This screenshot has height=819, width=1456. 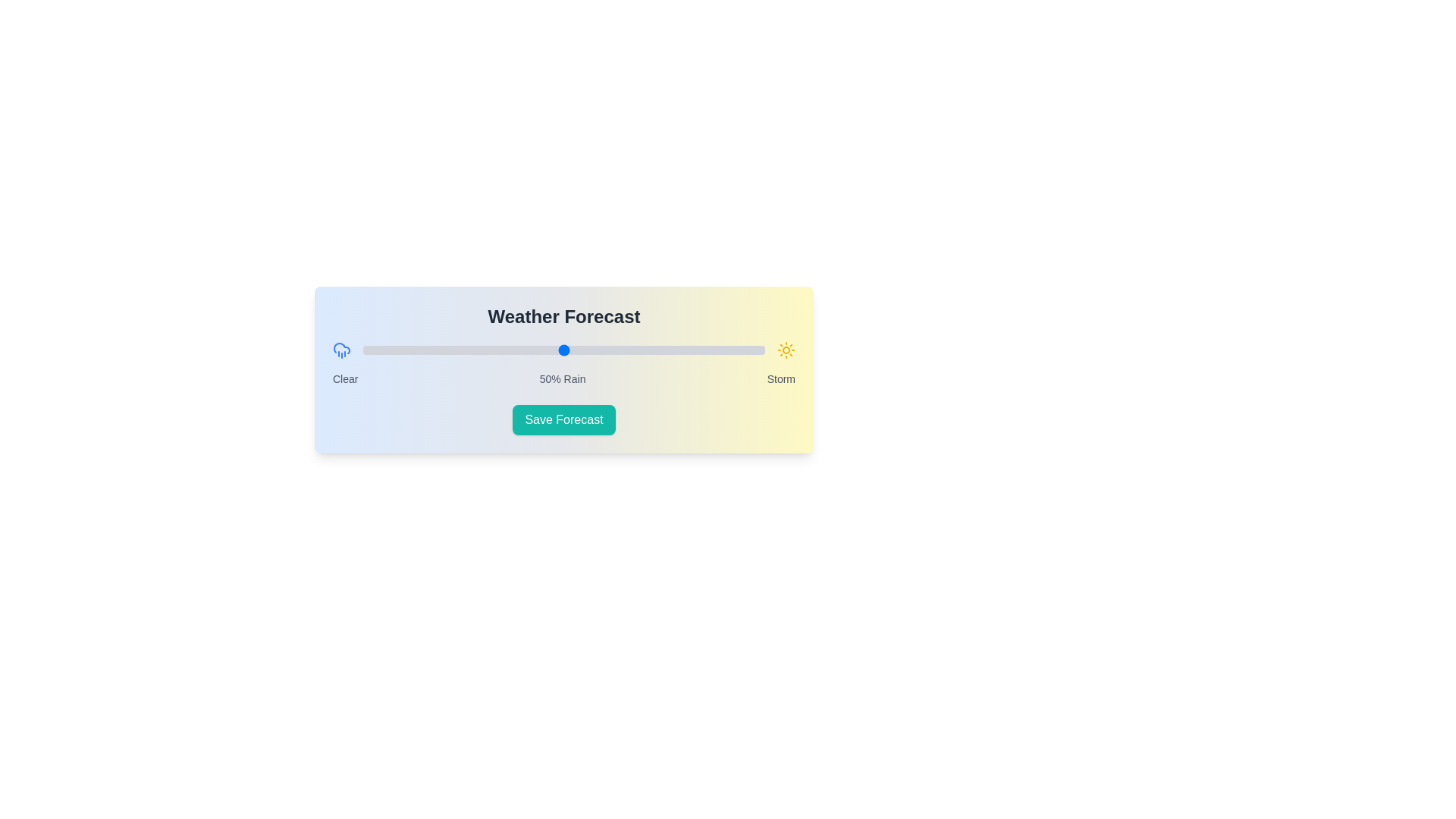 What do you see at coordinates (341, 350) in the screenshot?
I see `the icon CloudRain to reveal additional information or effects` at bounding box center [341, 350].